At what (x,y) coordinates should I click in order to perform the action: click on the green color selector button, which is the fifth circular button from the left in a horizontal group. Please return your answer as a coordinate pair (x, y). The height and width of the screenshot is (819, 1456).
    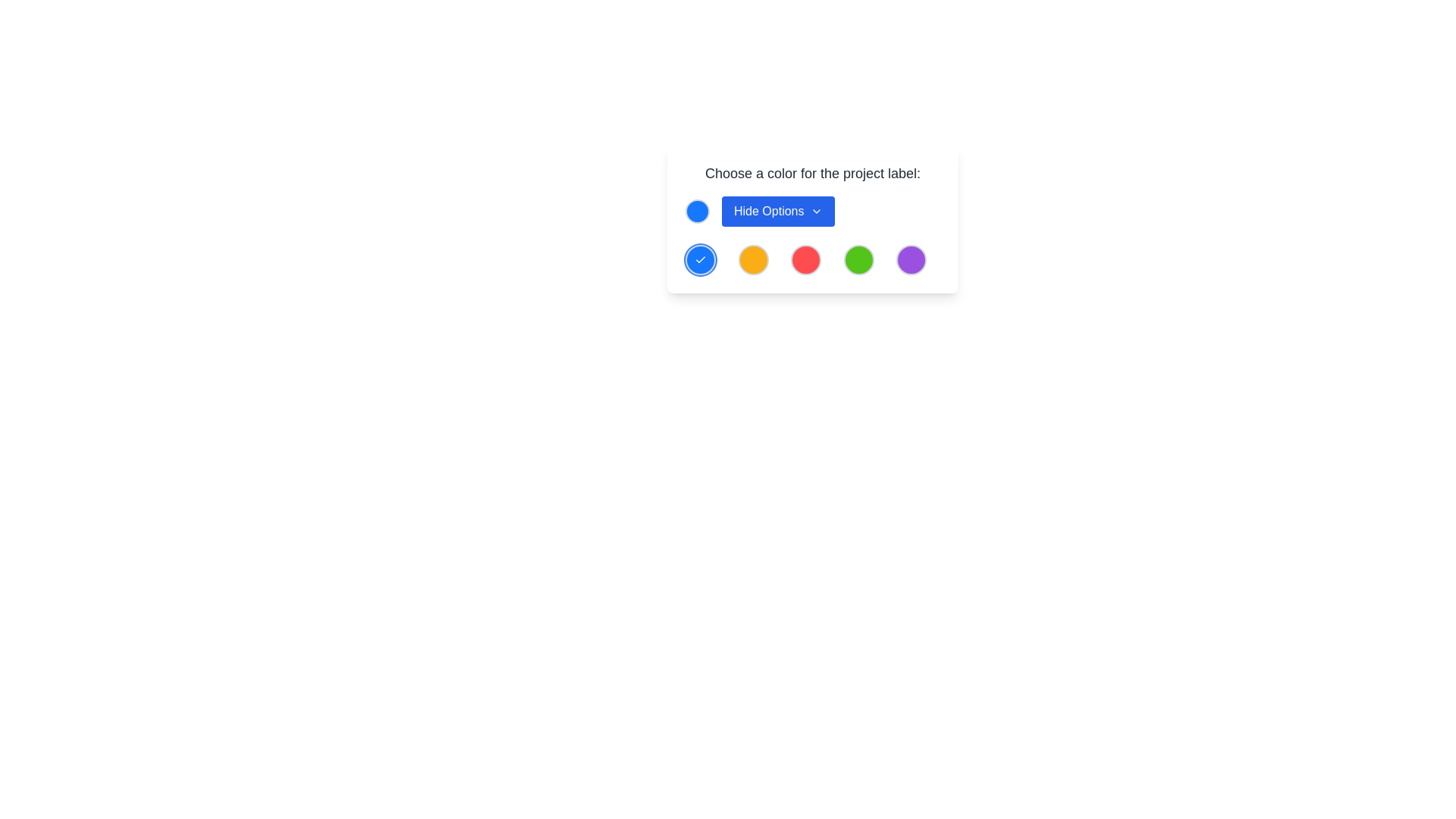
    Looking at the image, I should click on (858, 259).